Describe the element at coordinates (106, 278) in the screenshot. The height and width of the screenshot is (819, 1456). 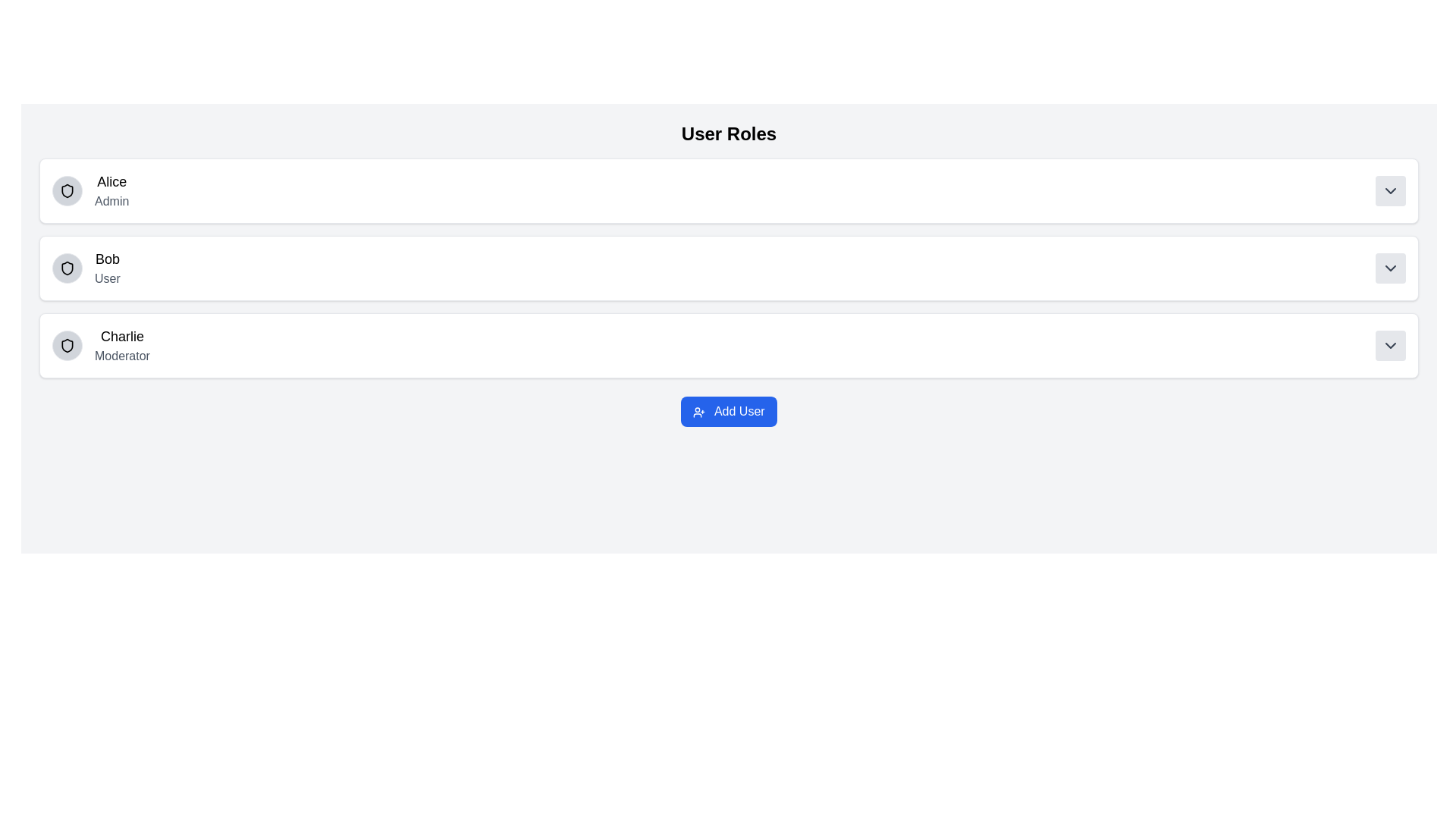
I see `the static text label 'User' styled with a gray font color, which is located beneath the title 'User Roles' in the second user block` at that location.